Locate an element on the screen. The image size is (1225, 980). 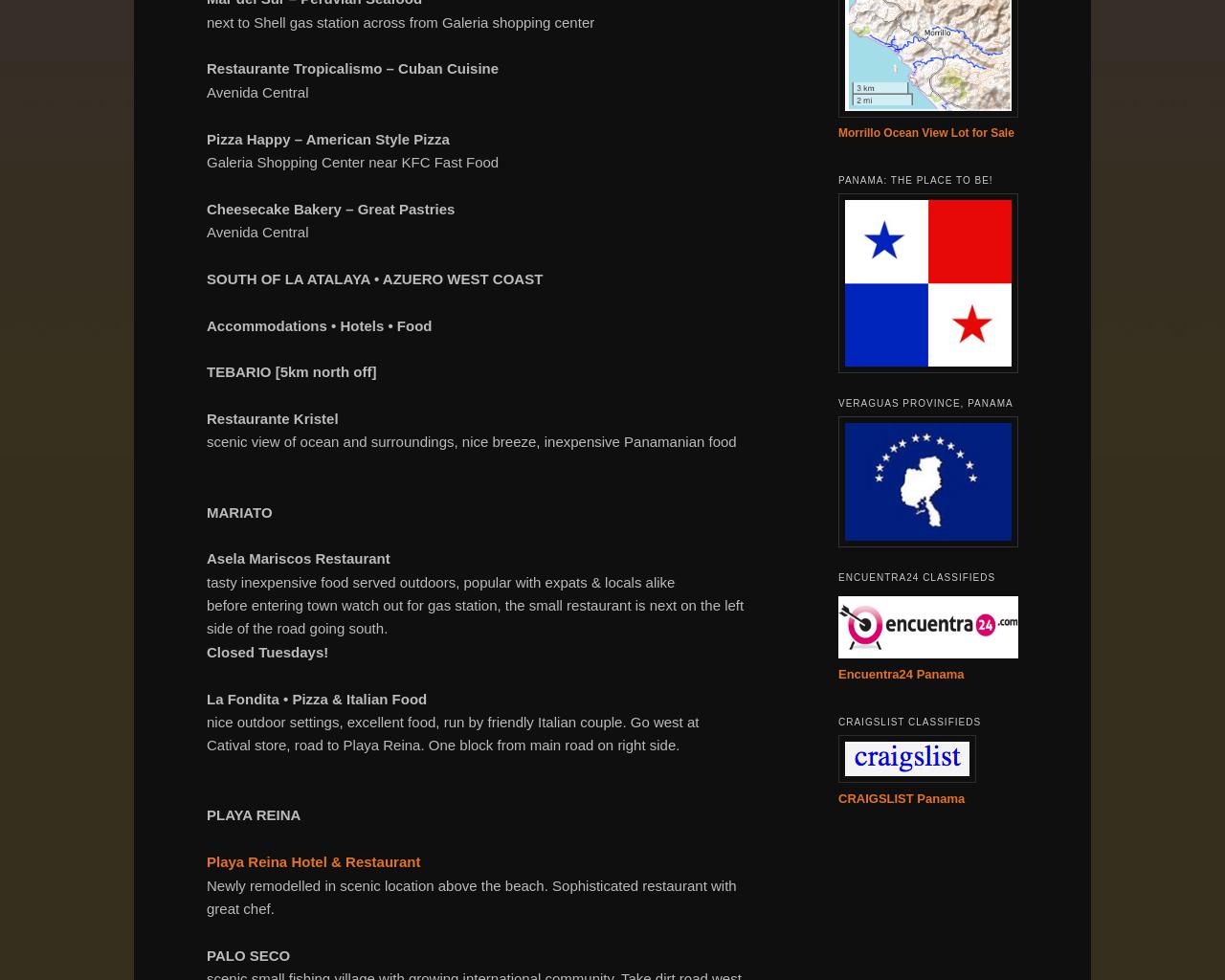
'tasty inexpensive food served outdoors, popular with expats & locals alike' is located at coordinates (439, 581).